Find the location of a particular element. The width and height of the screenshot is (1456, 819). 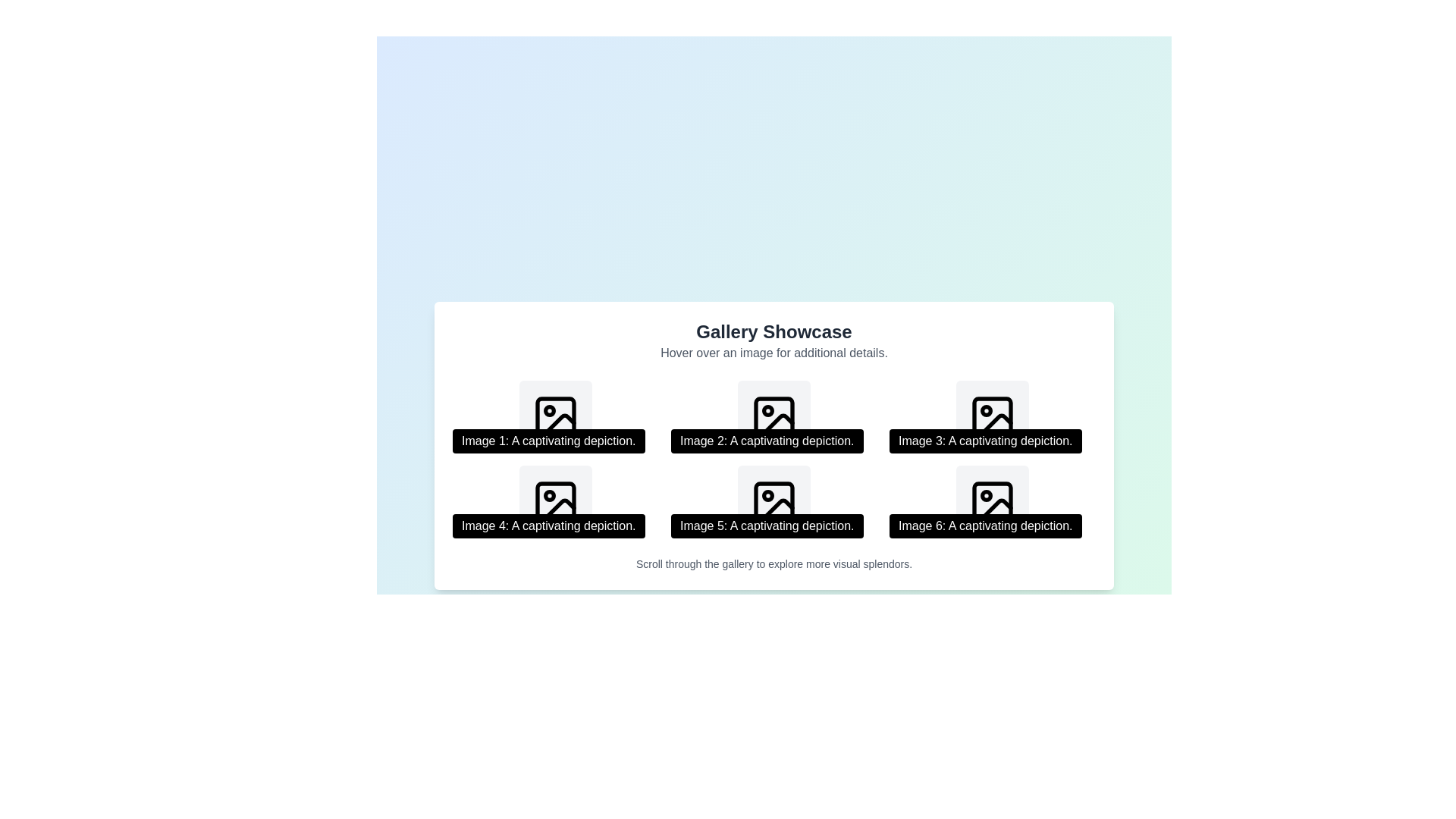

the decorative component located in the upper row, third column of the image icon gallery, which serves as a focal point within the icon is located at coordinates (986, 411).